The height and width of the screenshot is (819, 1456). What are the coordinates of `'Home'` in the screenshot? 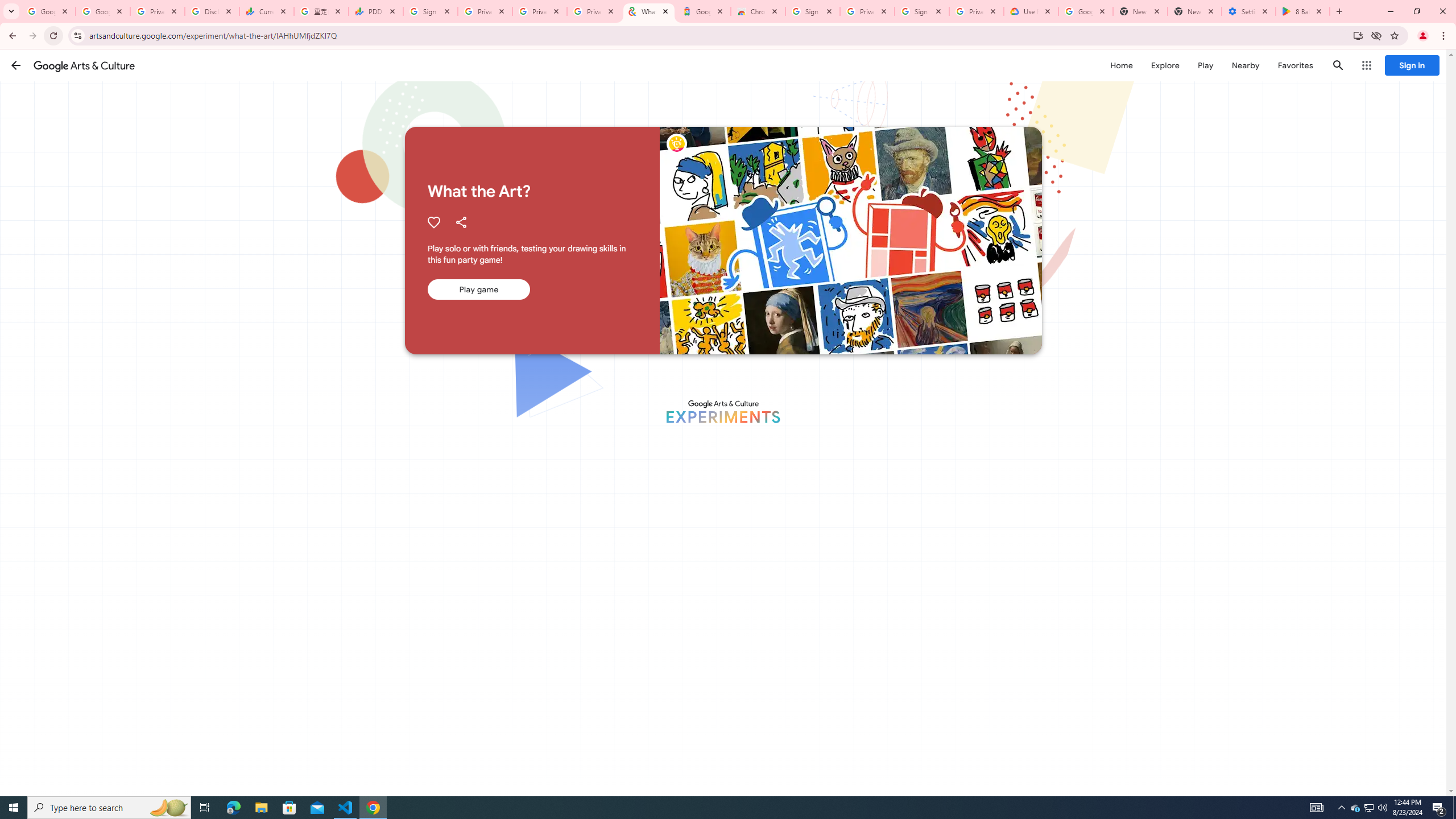 It's located at (1120, 65).